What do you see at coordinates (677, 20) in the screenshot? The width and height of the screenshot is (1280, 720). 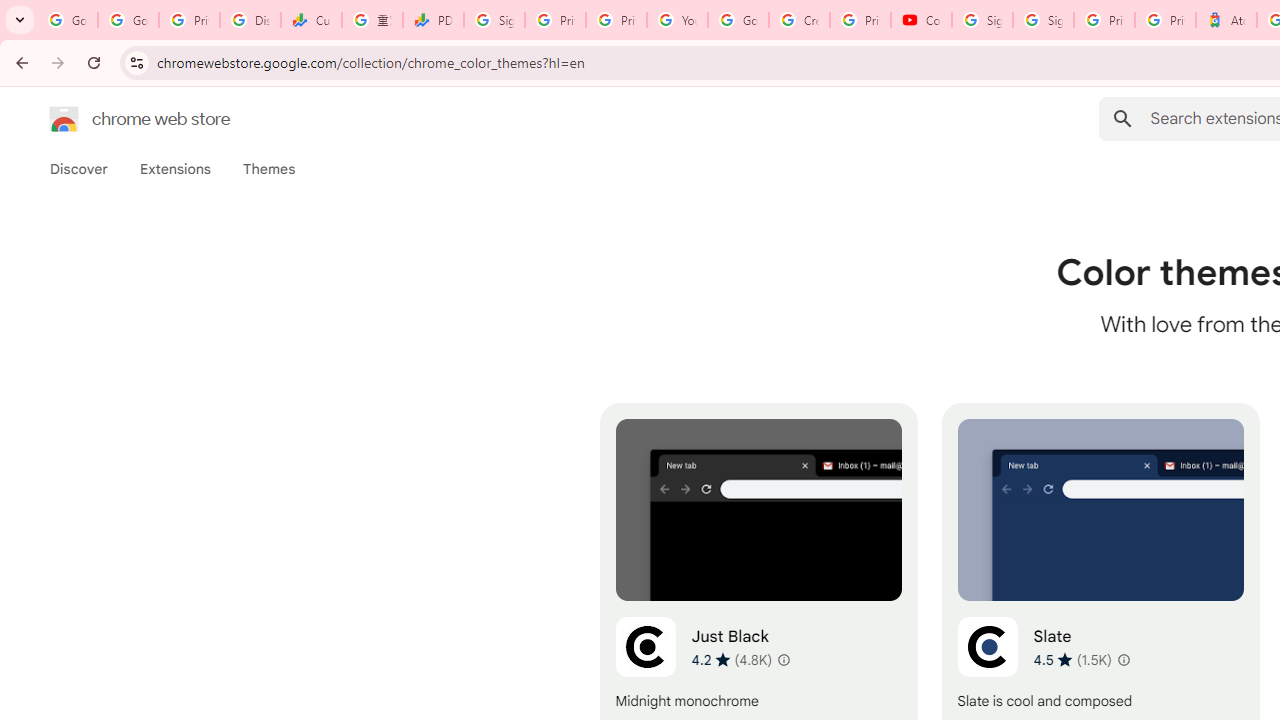 I see `'YouTube'` at bounding box center [677, 20].